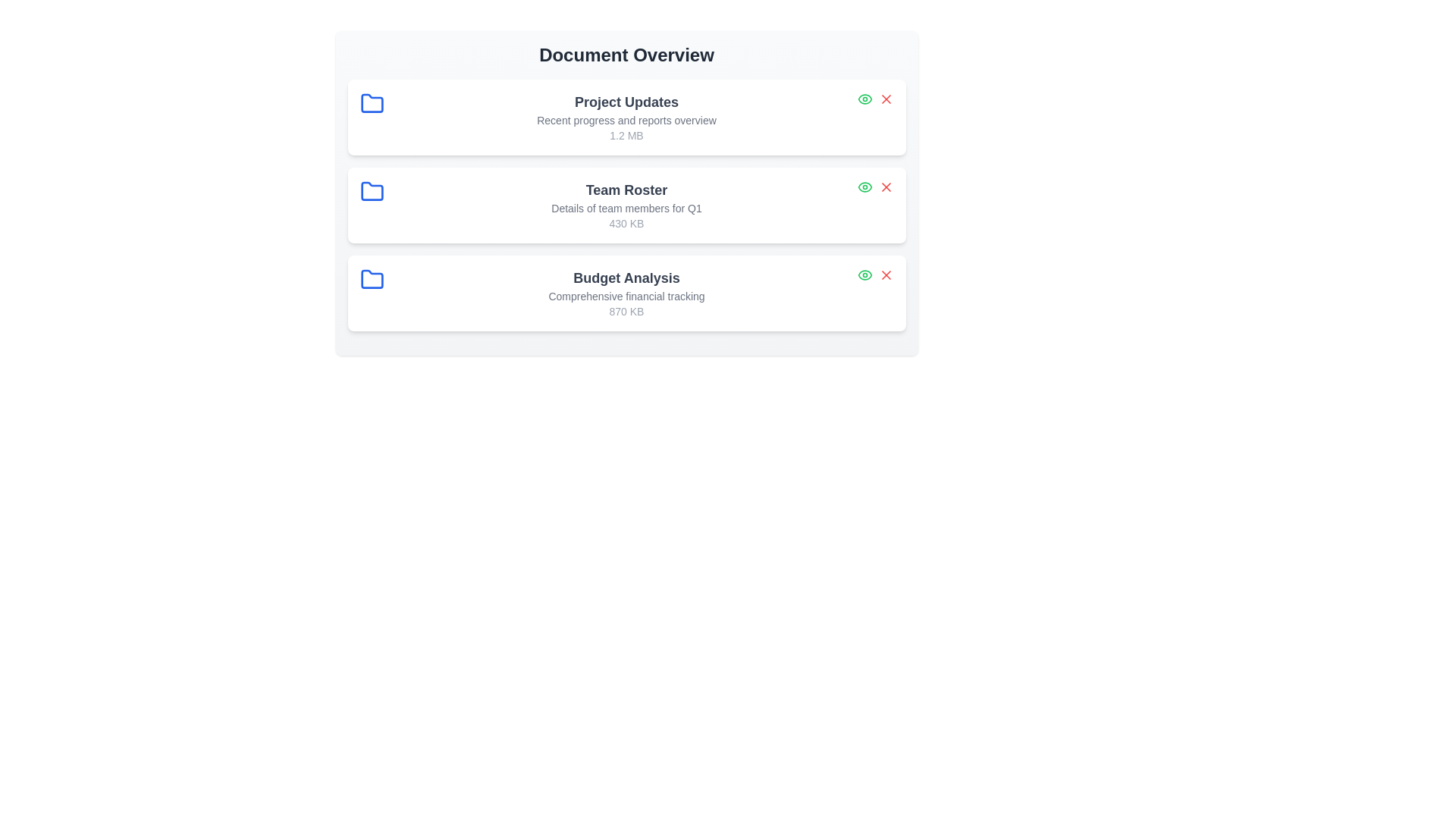 The width and height of the screenshot is (1456, 819). What do you see at coordinates (886, 275) in the screenshot?
I see `delete button for the document titled 'Budget Analysis'` at bounding box center [886, 275].